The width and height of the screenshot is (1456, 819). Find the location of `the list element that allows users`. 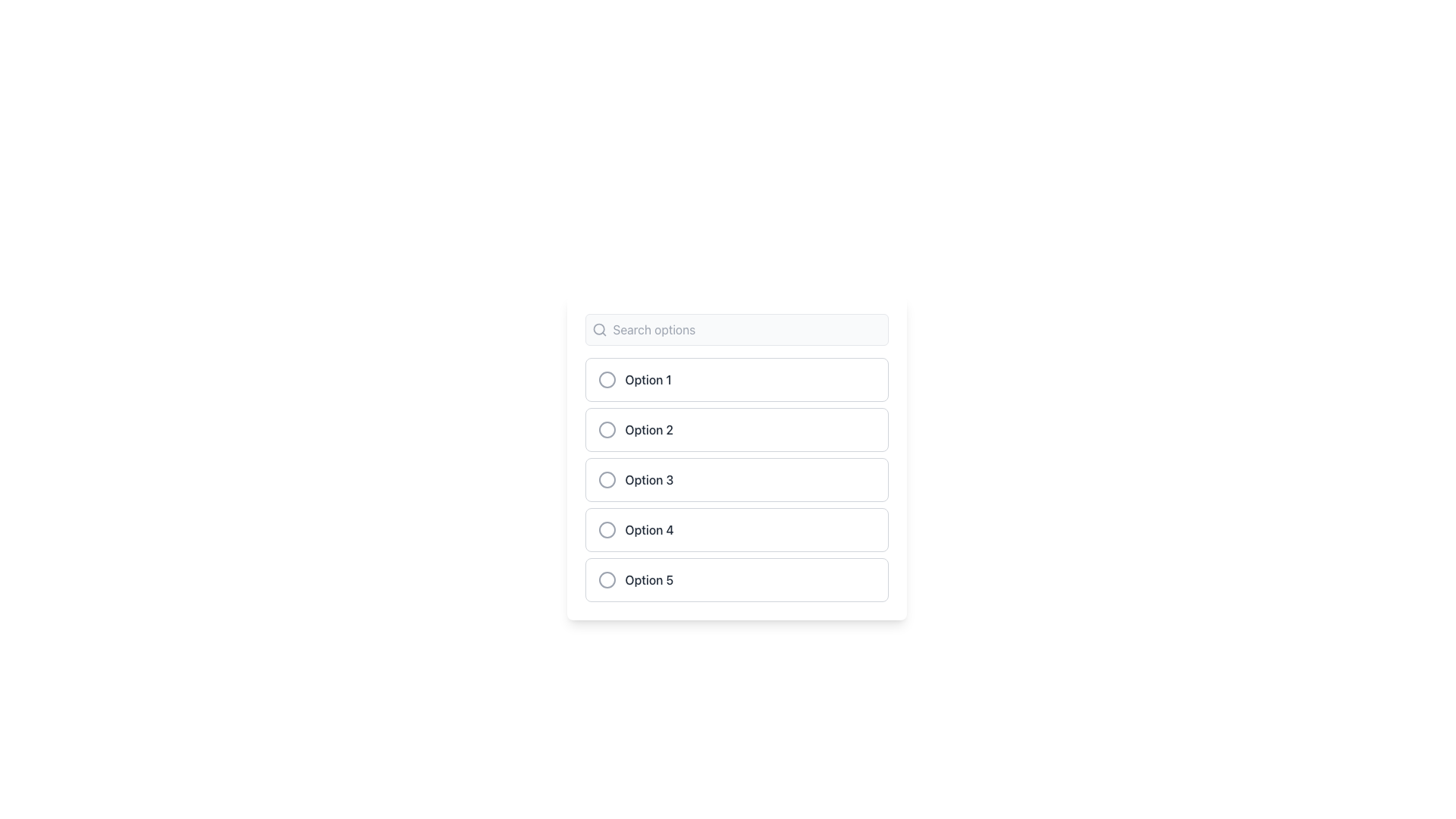

the list element that allows users is located at coordinates (736, 457).